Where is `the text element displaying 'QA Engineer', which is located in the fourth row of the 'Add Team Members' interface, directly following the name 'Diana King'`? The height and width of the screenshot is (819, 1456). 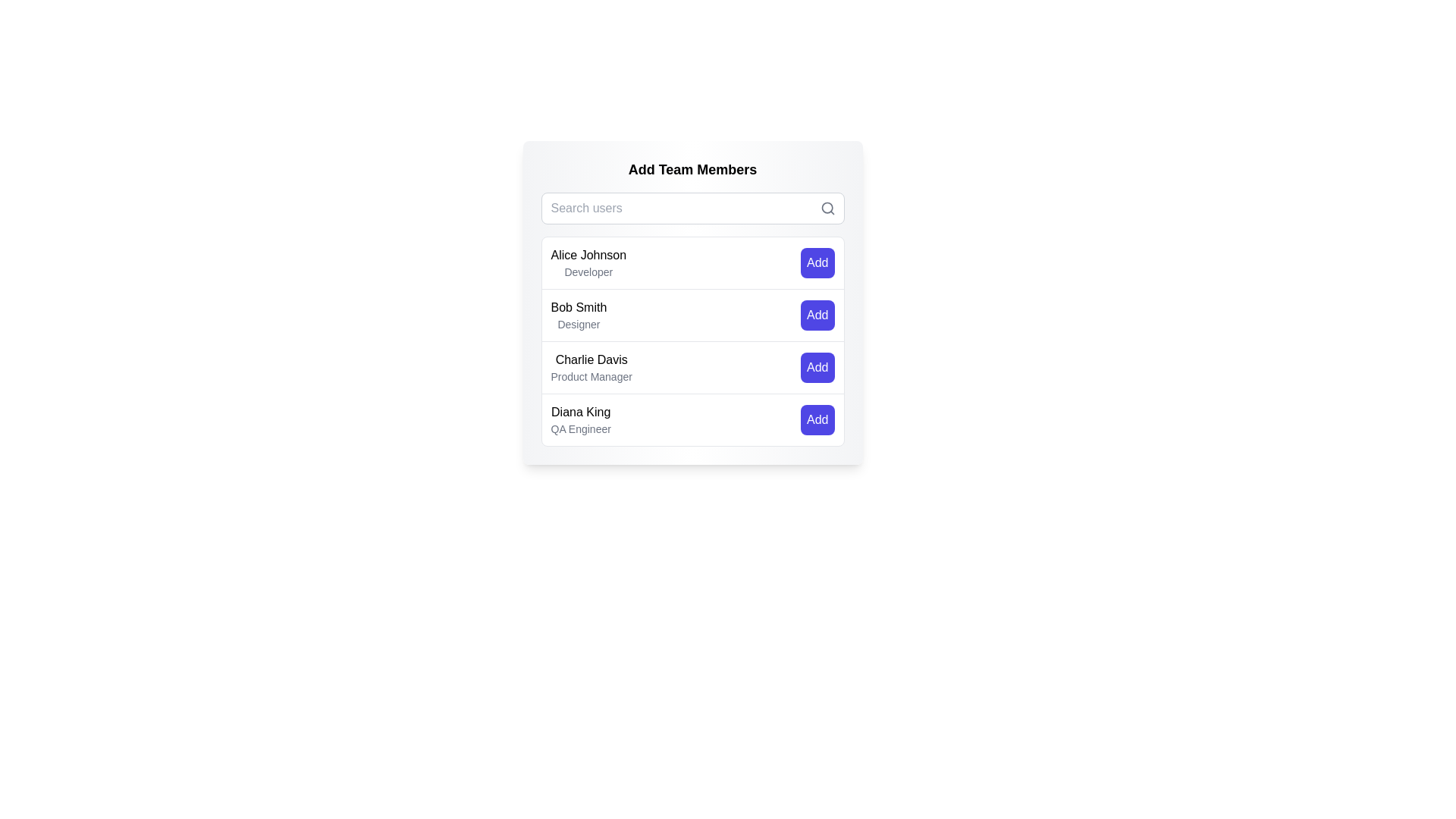 the text element displaying 'QA Engineer', which is located in the fourth row of the 'Add Team Members' interface, directly following the name 'Diana King' is located at coordinates (580, 429).